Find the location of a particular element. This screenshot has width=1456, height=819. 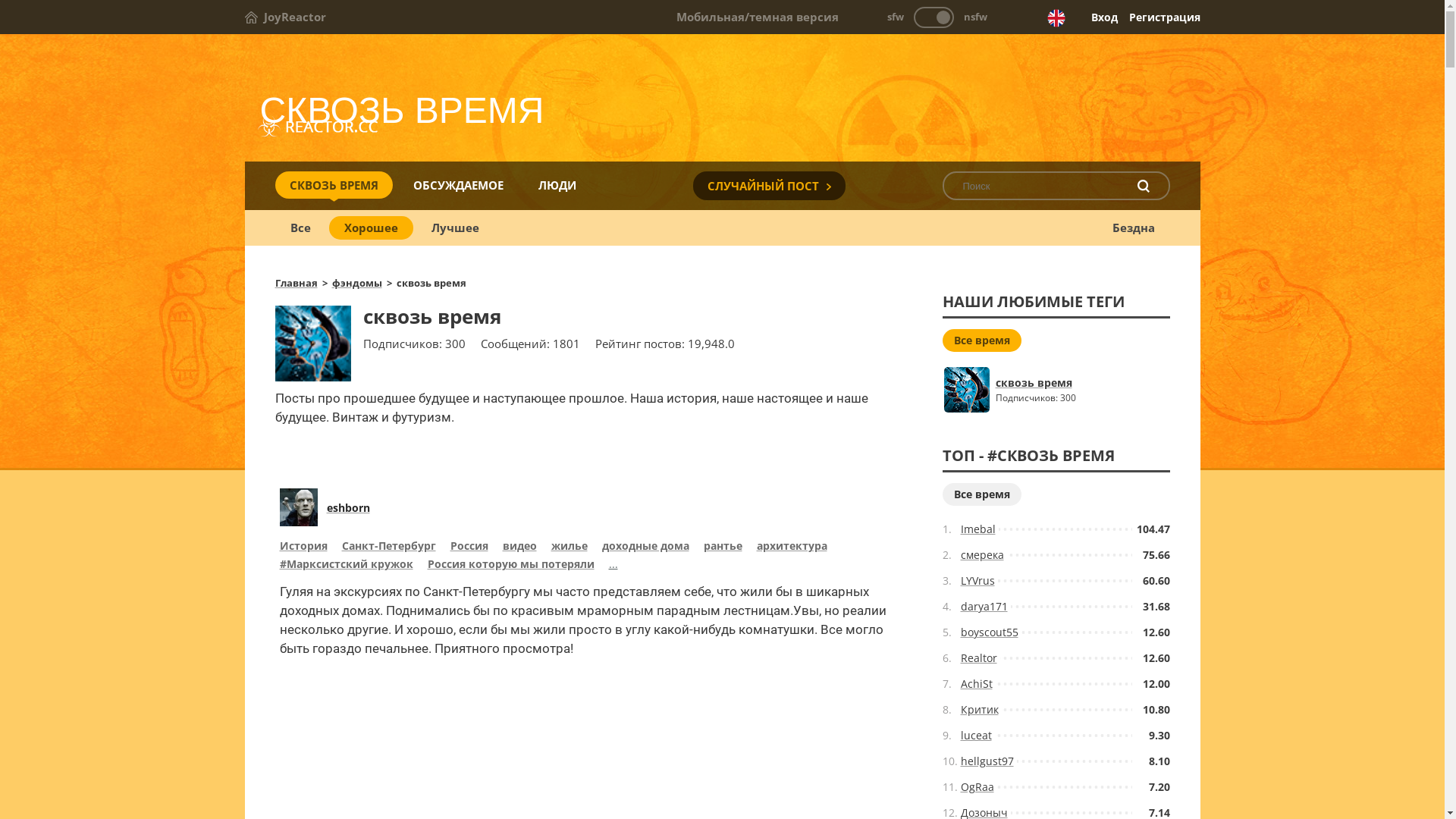

'JoyReactor' is located at coordinates (284, 17).